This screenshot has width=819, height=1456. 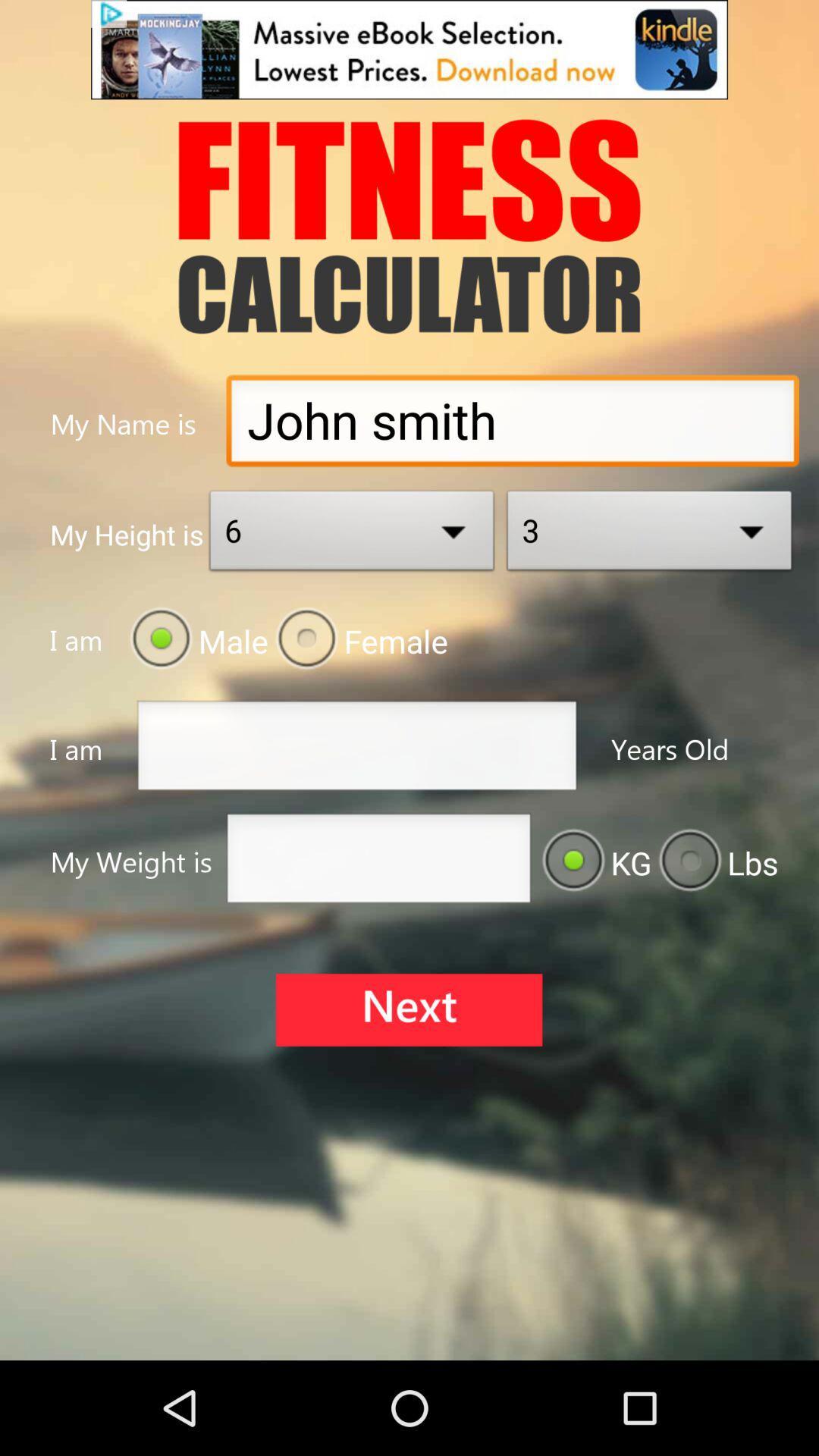 I want to click on age, so click(x=356, y=750).